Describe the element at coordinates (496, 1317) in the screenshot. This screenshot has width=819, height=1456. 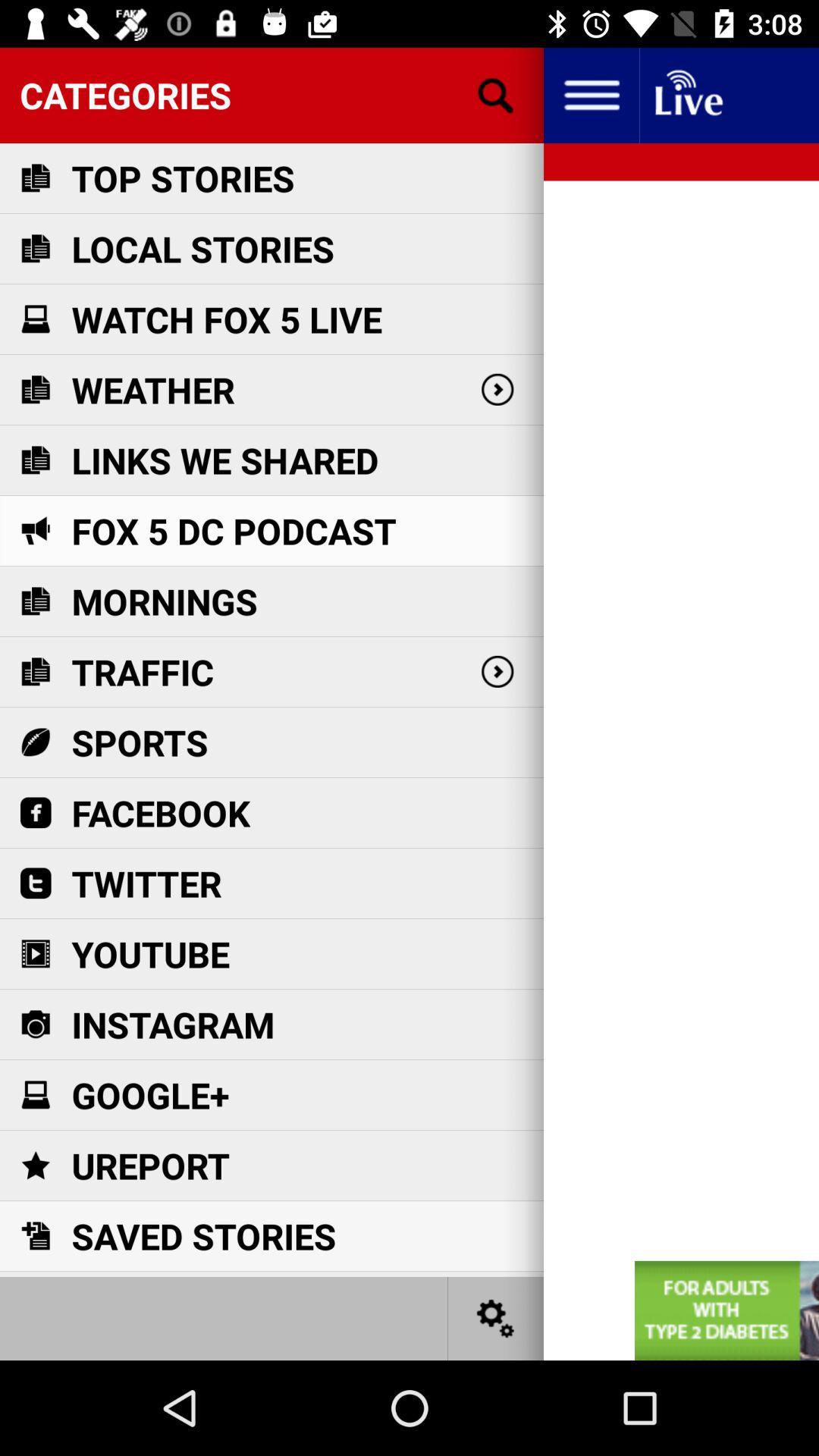
I see `the settings icon` at that location.